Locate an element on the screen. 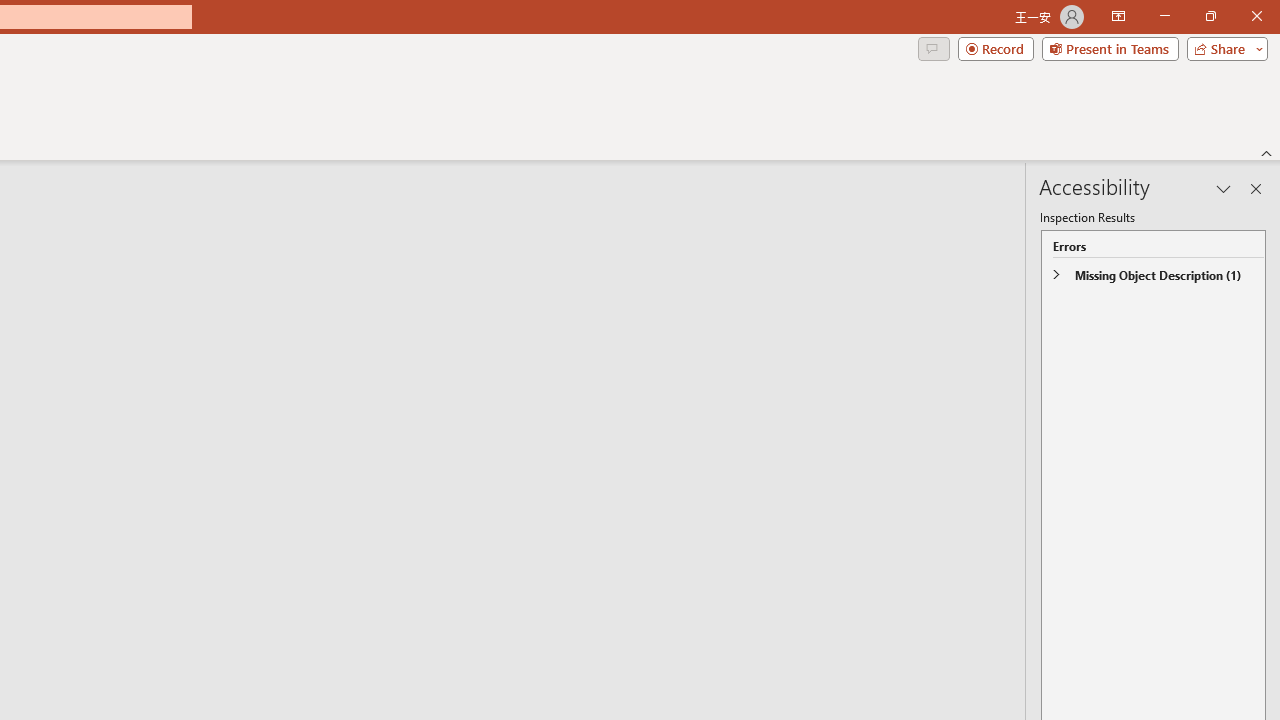 The width and height of the screenshot is (1280, 720). 'Task Pane Options' is located at coordinates (1223, 189).